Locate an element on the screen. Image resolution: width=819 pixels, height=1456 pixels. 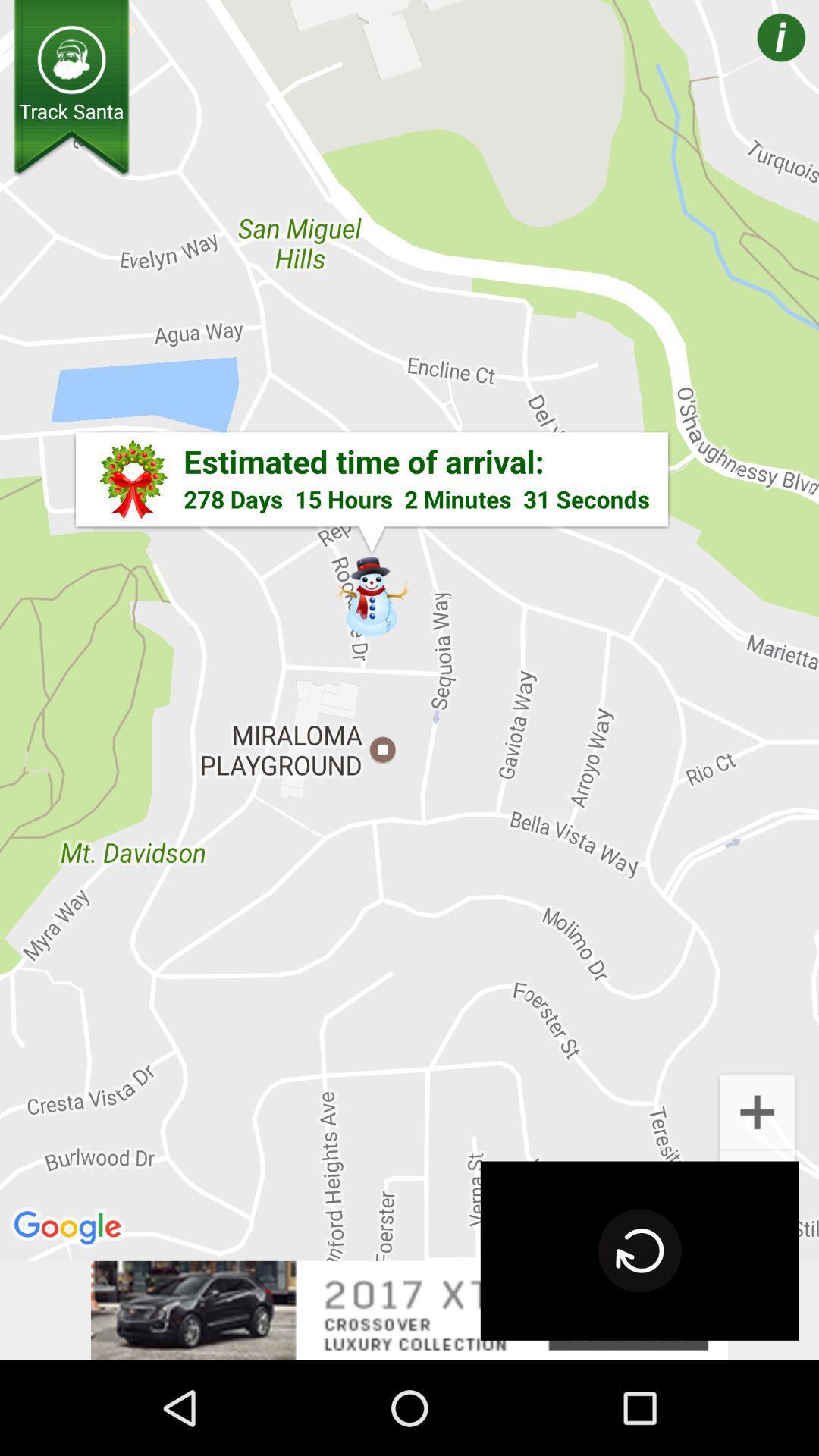
the add icon is located at coordinates (757, 1188).